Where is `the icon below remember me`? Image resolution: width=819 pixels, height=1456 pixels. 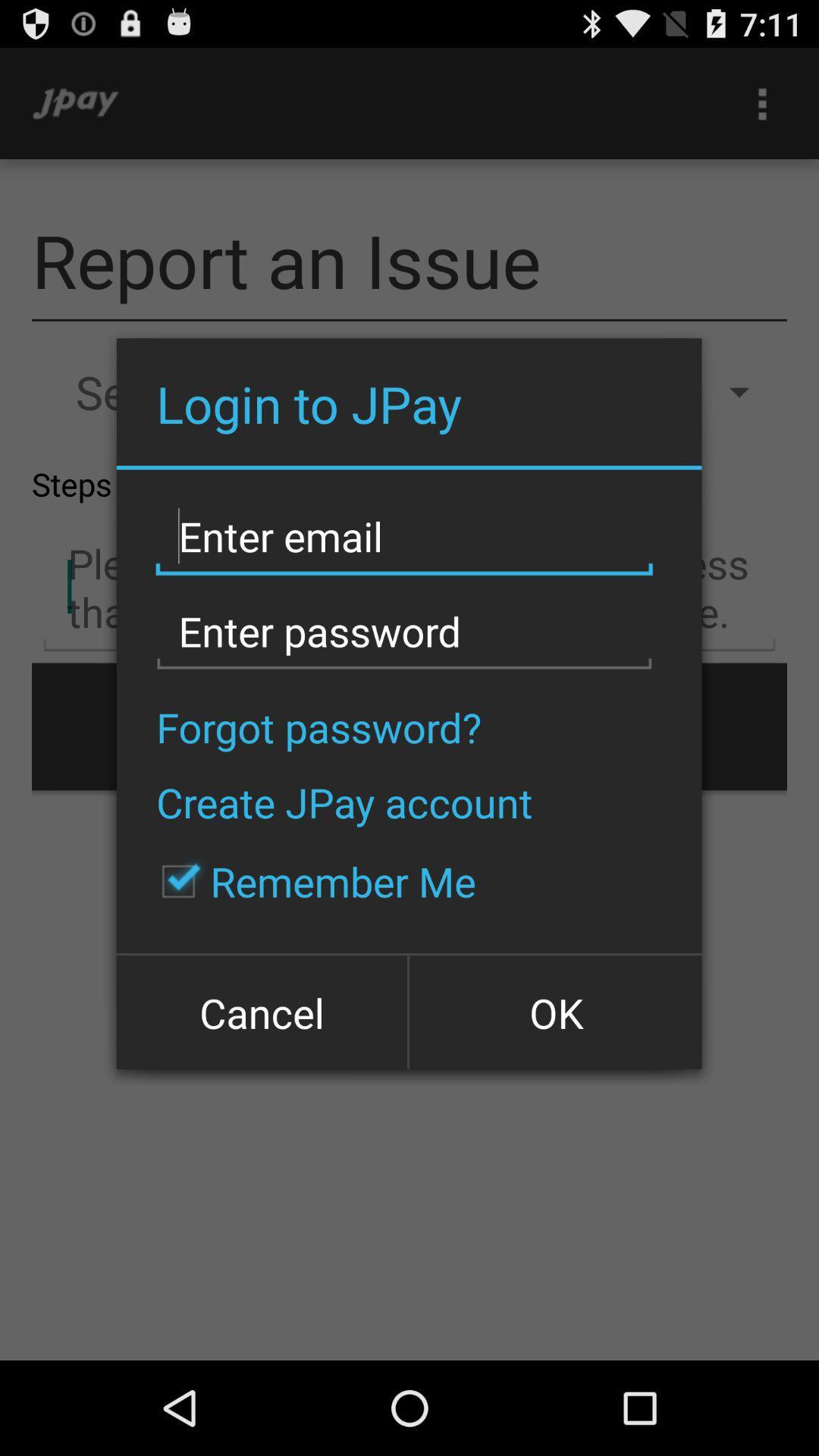 the icon below remember me is located at coordinates (262, 1011).